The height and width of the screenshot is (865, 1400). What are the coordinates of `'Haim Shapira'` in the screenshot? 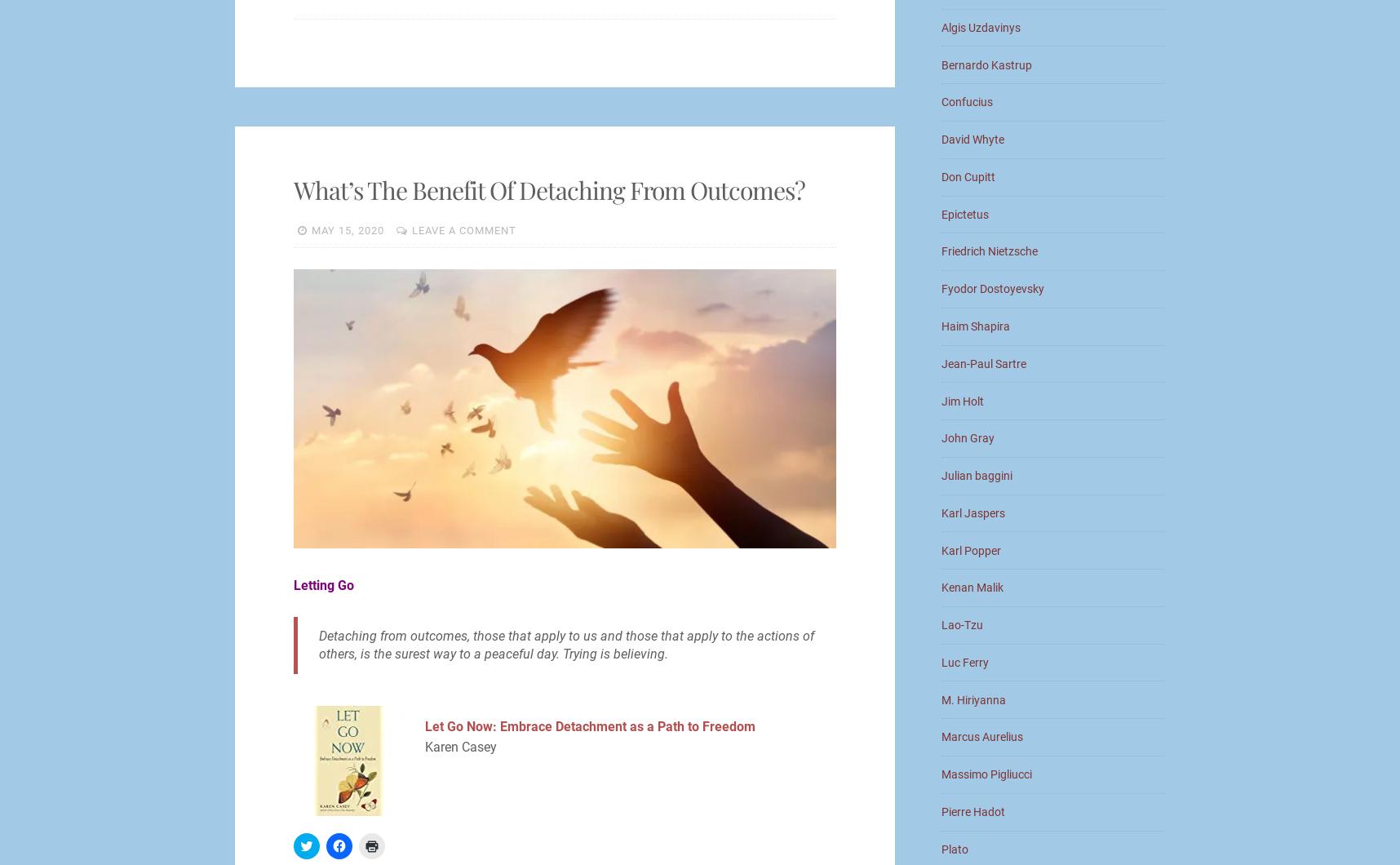 It's located at (976, 326).